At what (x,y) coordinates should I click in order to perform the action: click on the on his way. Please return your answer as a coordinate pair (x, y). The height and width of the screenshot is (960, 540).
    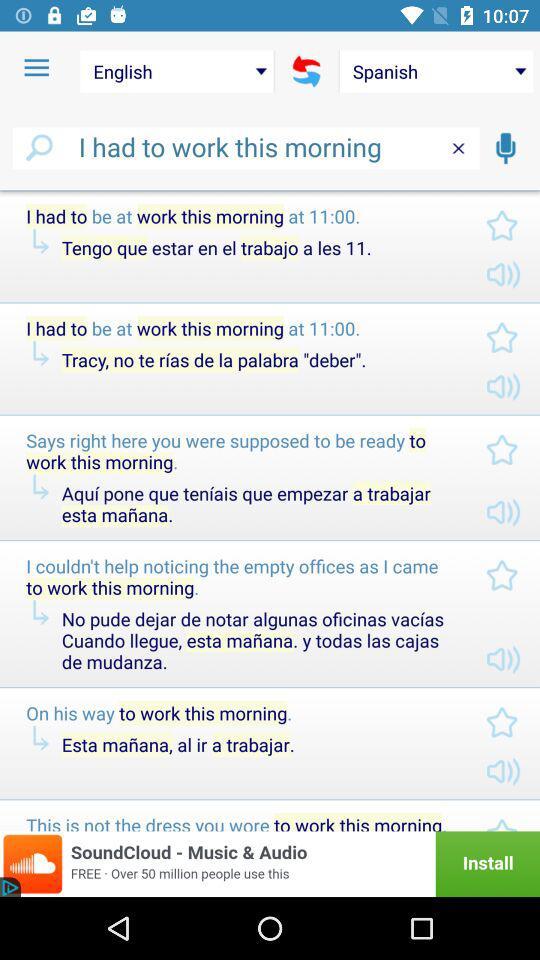
    Looking at the image, I should click on (239, 713).